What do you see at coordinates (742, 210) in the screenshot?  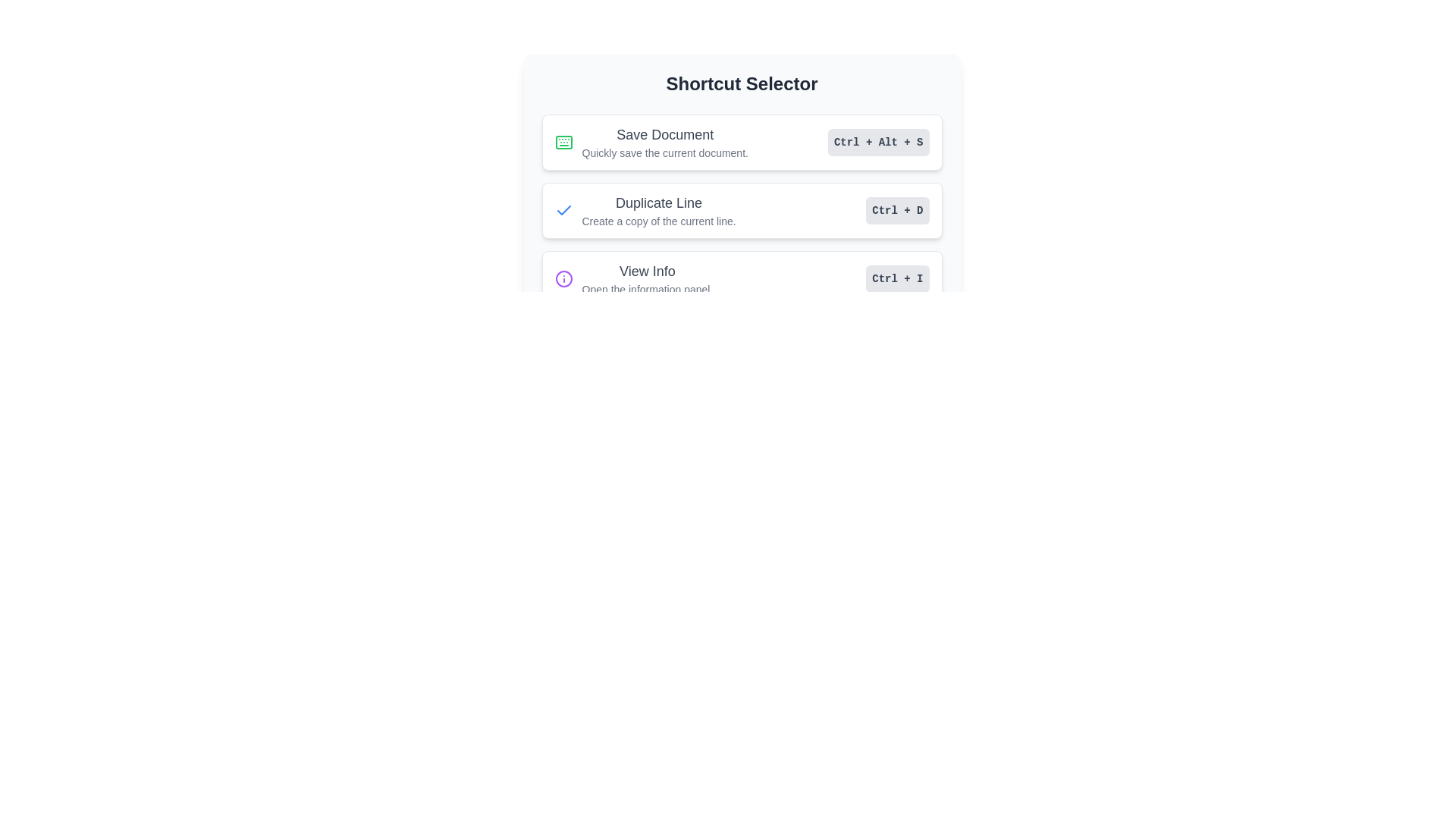 I see `the second item in the 'Shortcut Selector' list, which is the duplicate line option` at bounding box center [742, 210].